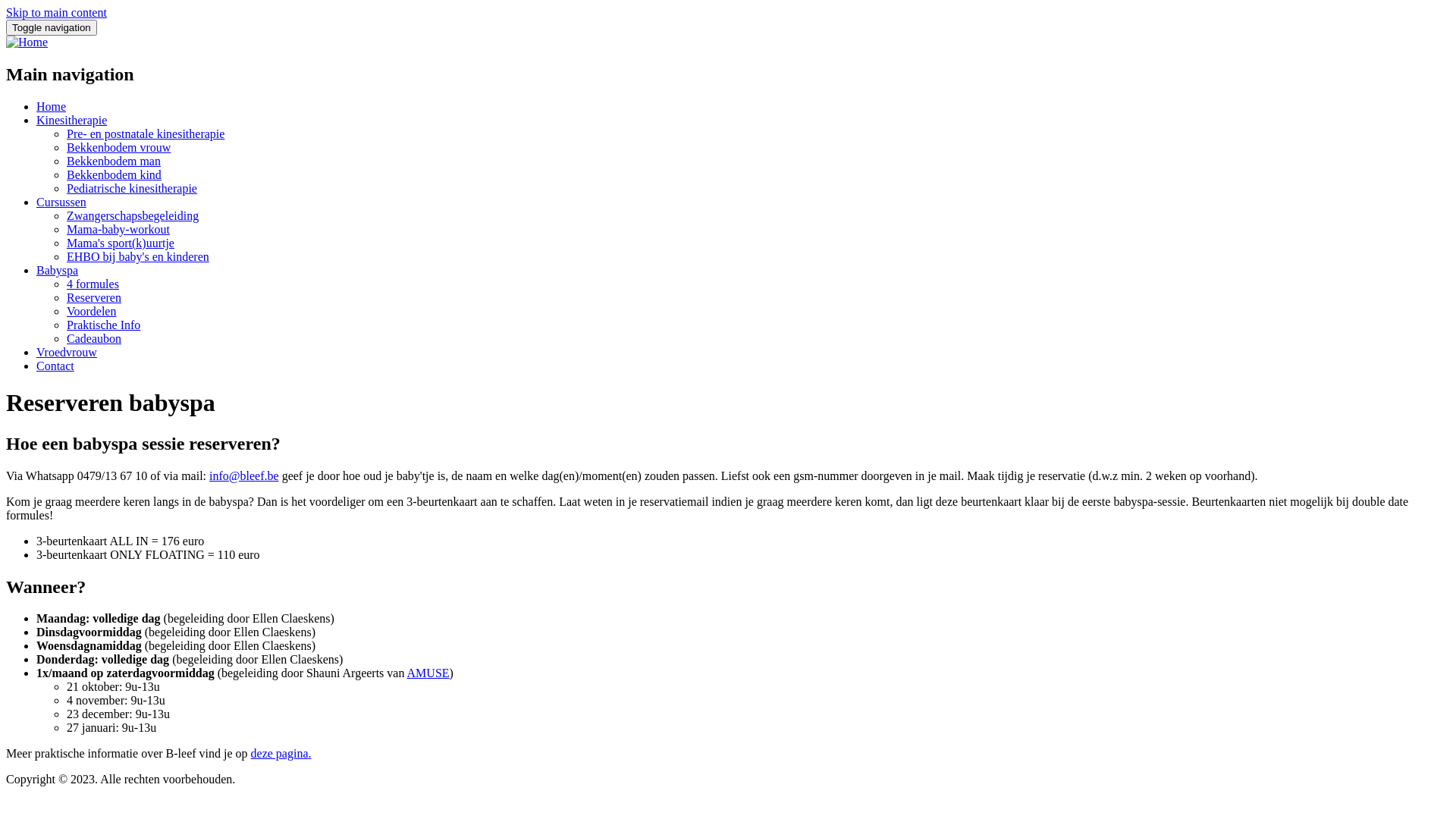 The height and width of the screenshot is (819, 1456). What do you see at coordinates (65, 352) in the screenshot?
I see `'Vroedvrouw'` at bounding box center [65, 352].